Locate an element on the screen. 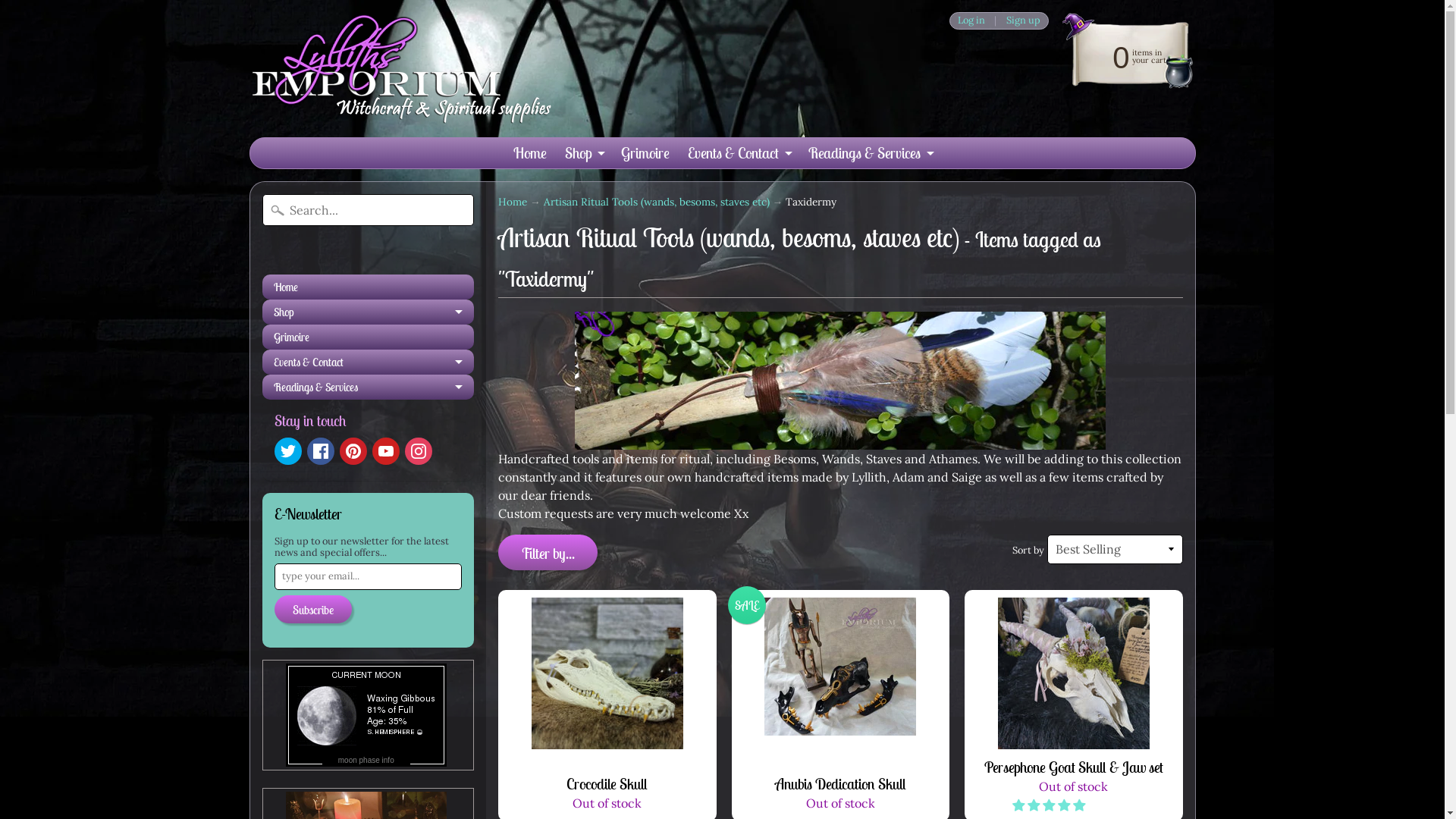  'Shop' is located at coordinates (582, 152).